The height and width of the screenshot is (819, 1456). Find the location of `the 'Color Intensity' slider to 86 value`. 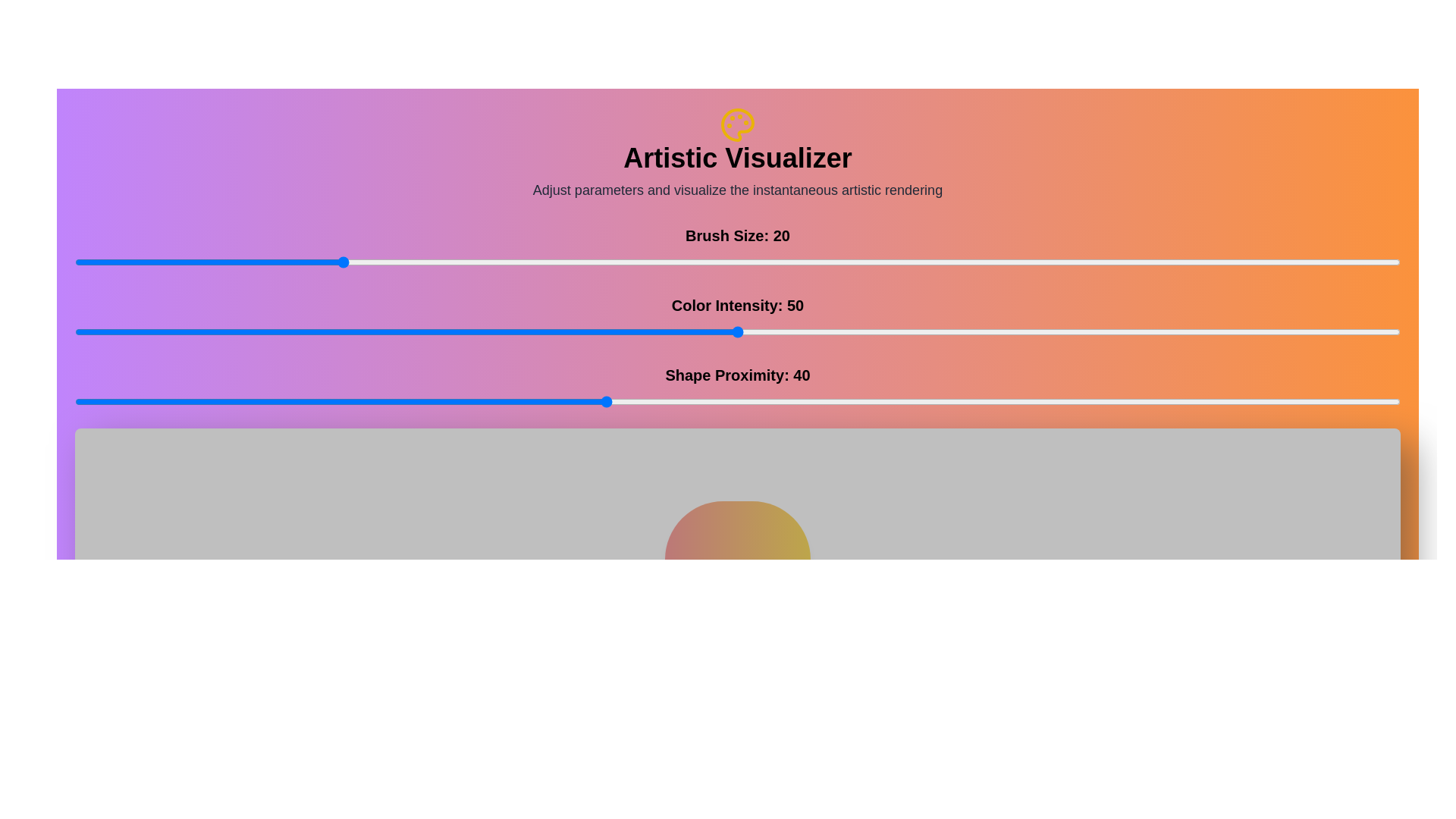

the 'Color Intensity' slider to 86 value is located at coordinates (1215, 331).